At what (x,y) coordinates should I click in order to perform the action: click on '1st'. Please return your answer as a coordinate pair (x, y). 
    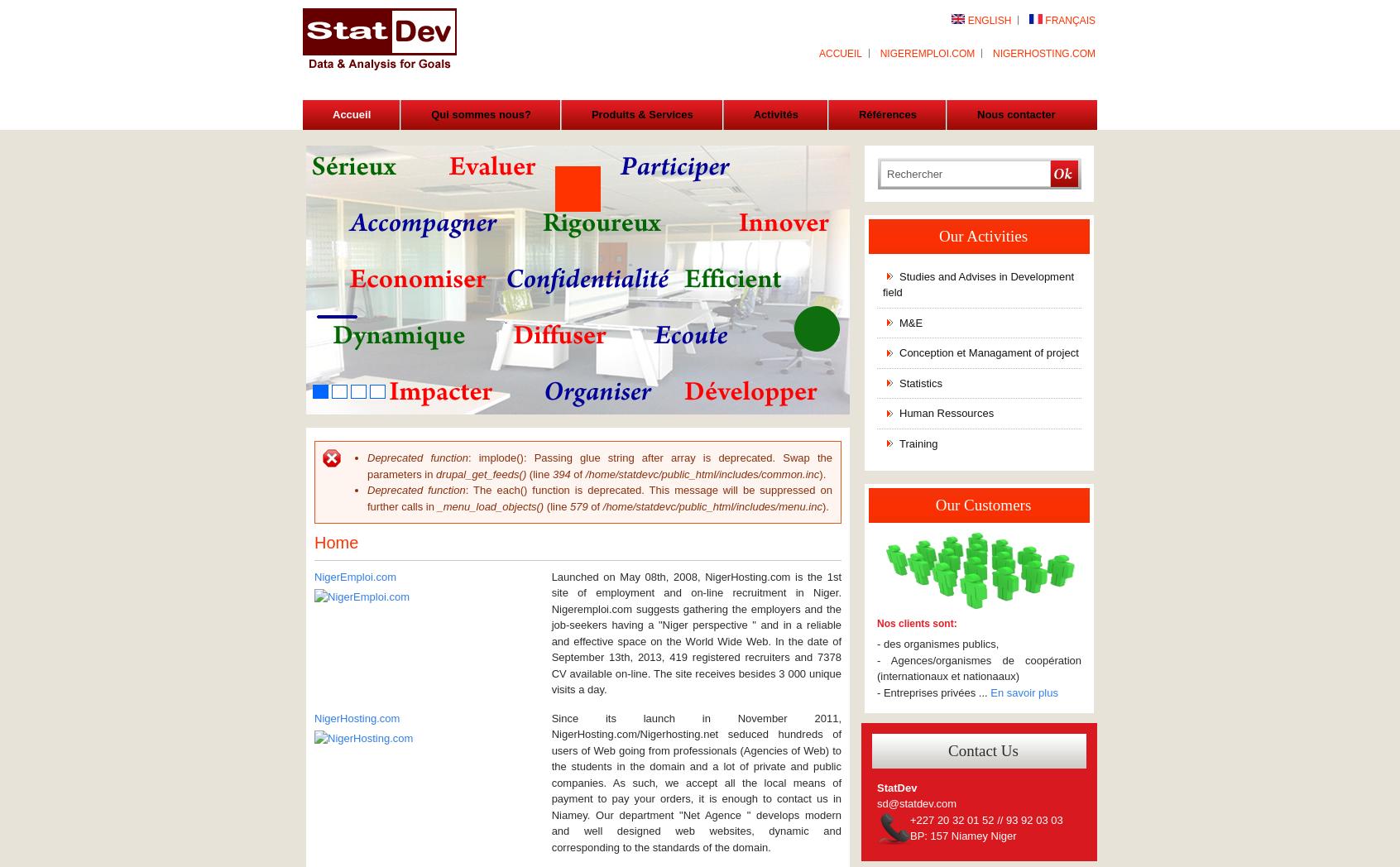
    Looking at the image, I should click on (832, 576).